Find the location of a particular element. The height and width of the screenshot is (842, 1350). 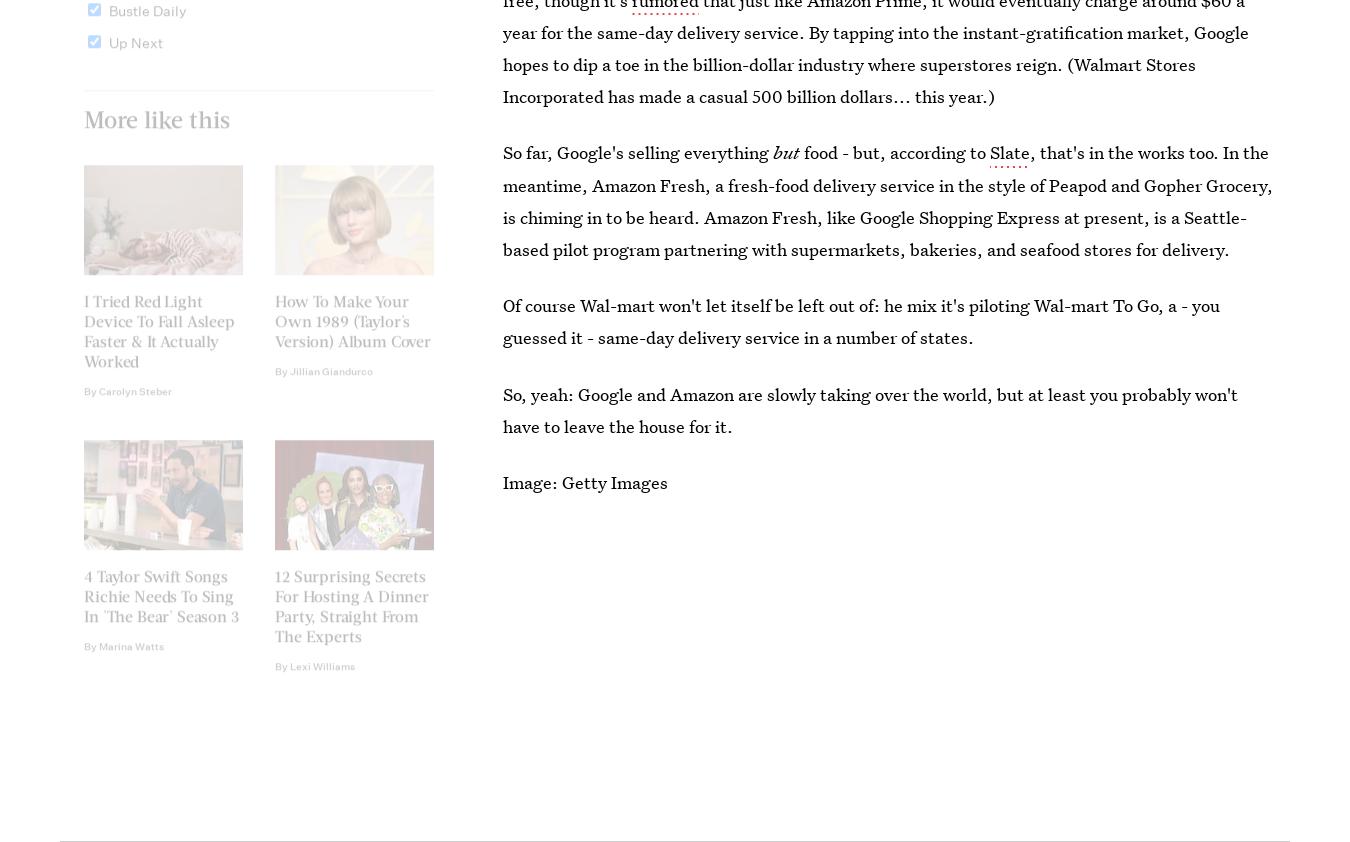

'Image: Getty Images' is located at coordinates (585, 481).